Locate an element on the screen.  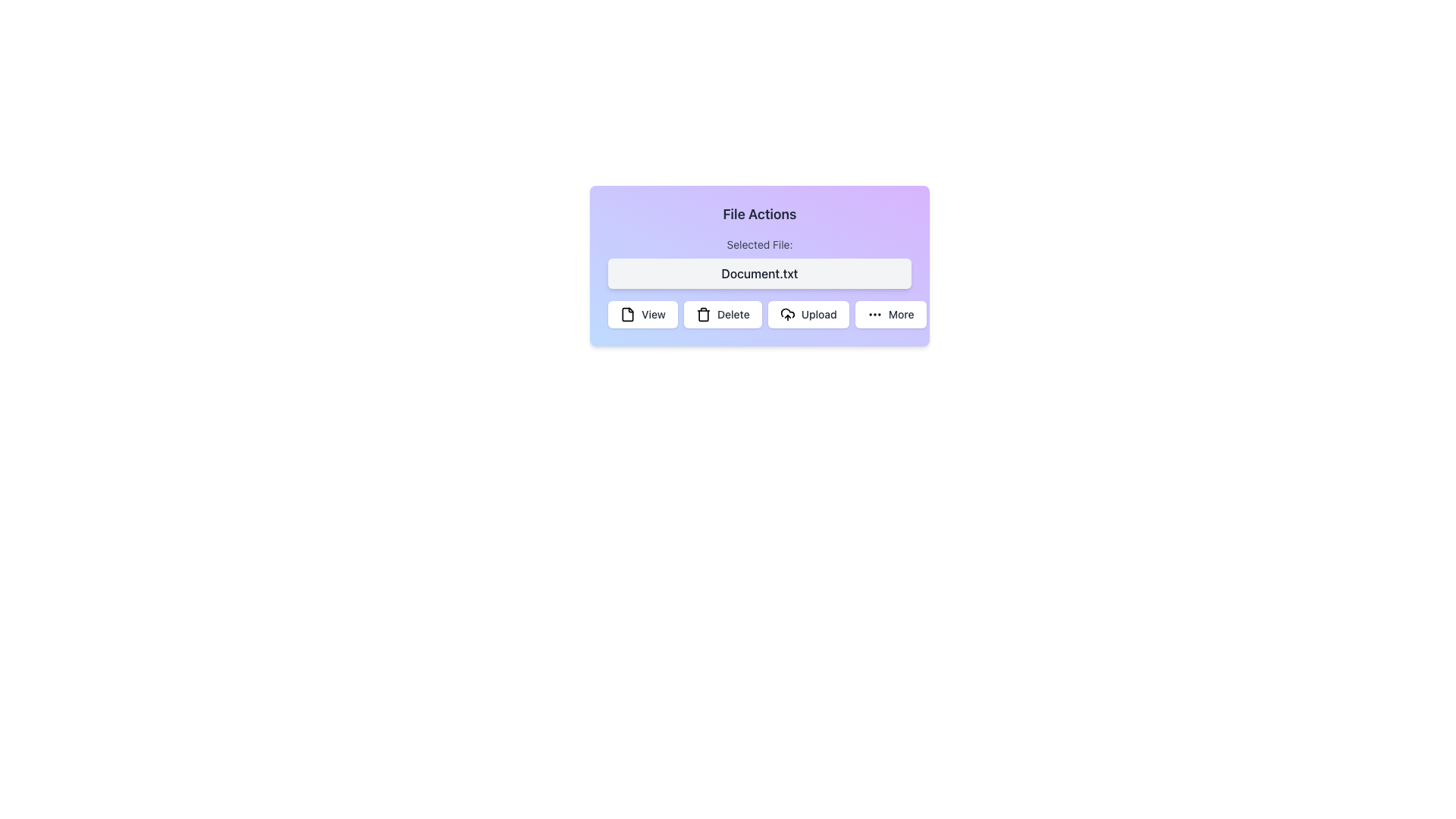
text from the non-interactive label displaying 'Selected File:' located above the text field in the card-style interface is located at coordinates (760, 244).